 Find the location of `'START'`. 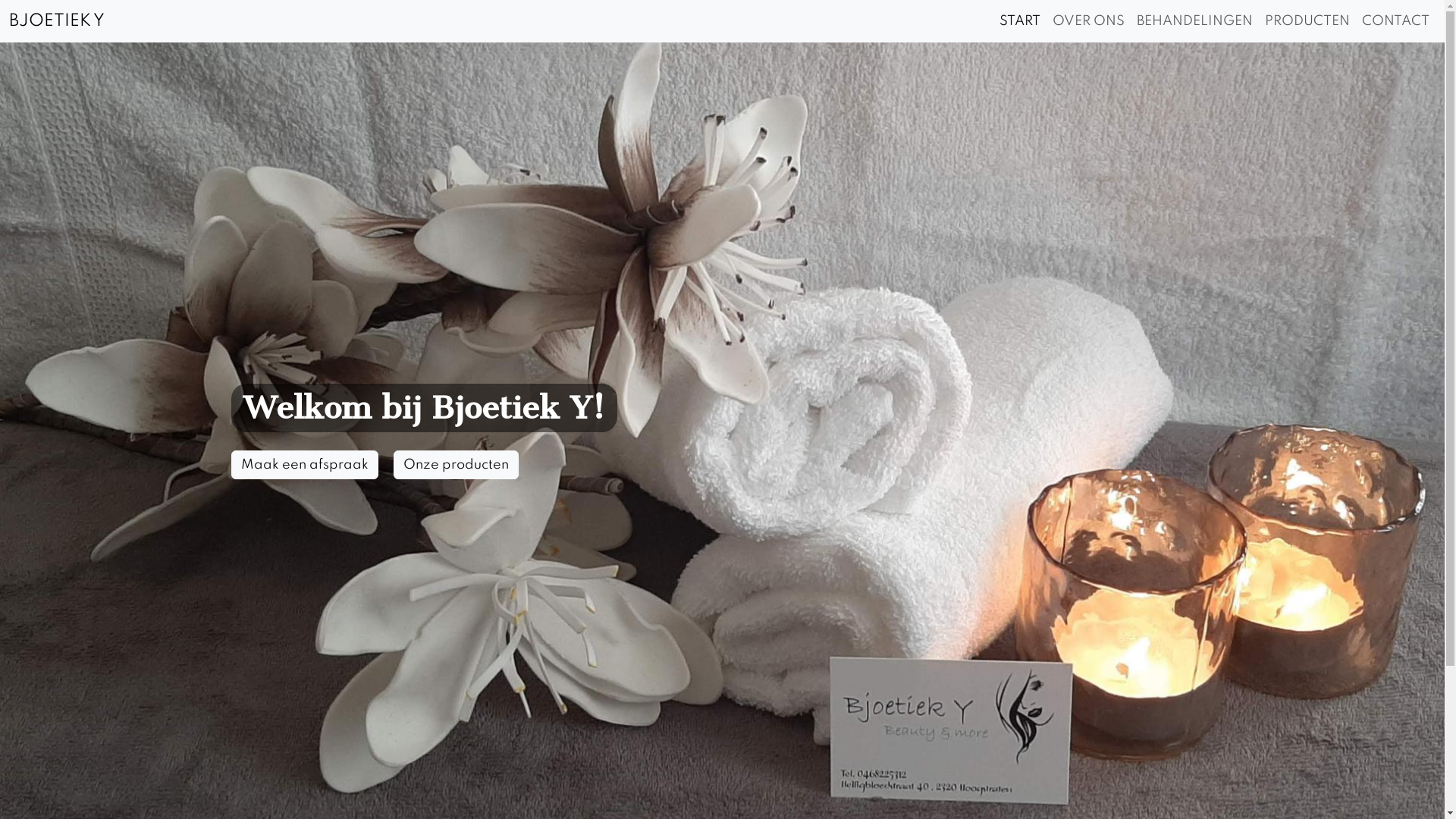

'START' is located at coordinates (1019, 20).